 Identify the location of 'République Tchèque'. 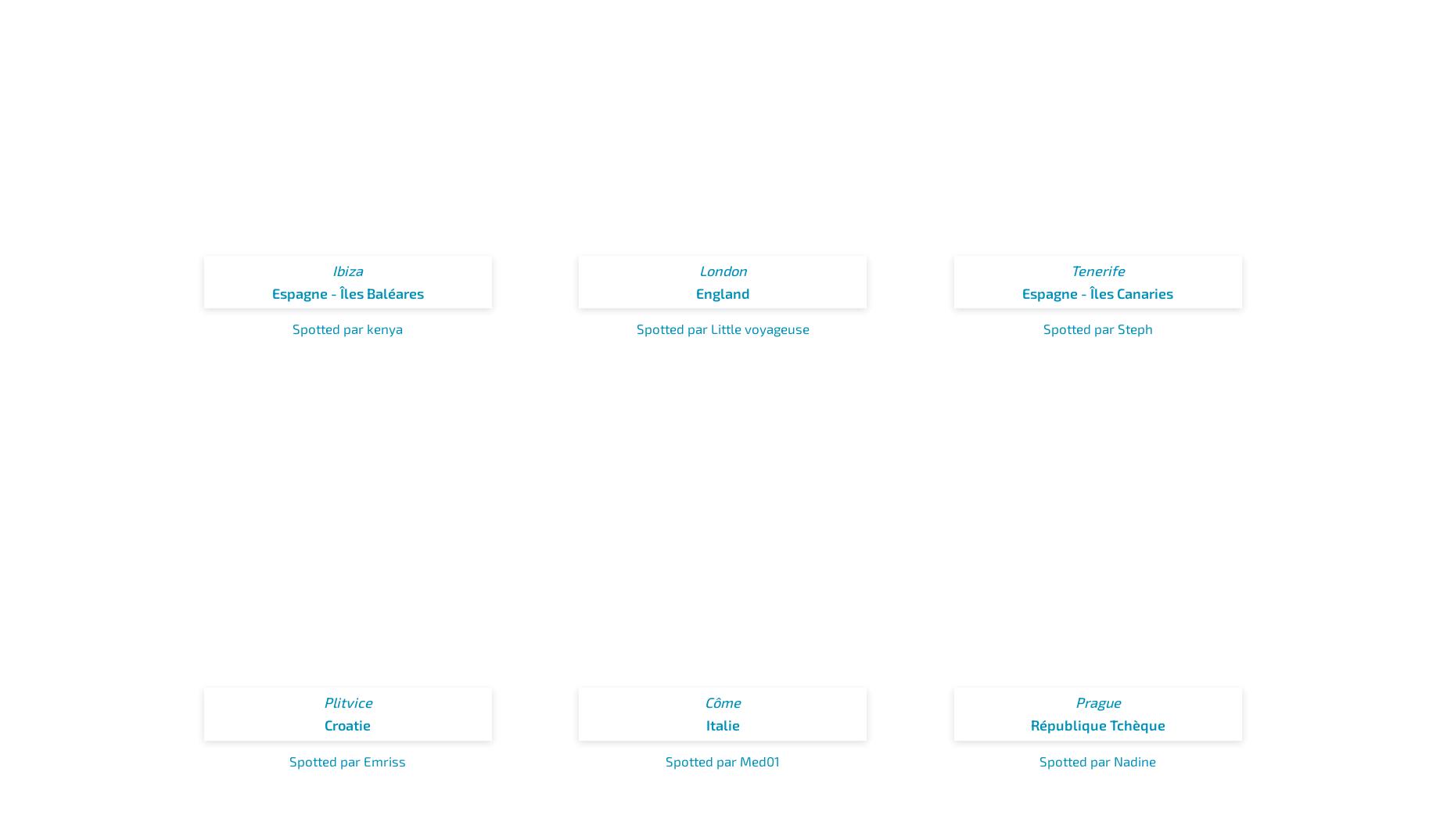
(1029, 724).